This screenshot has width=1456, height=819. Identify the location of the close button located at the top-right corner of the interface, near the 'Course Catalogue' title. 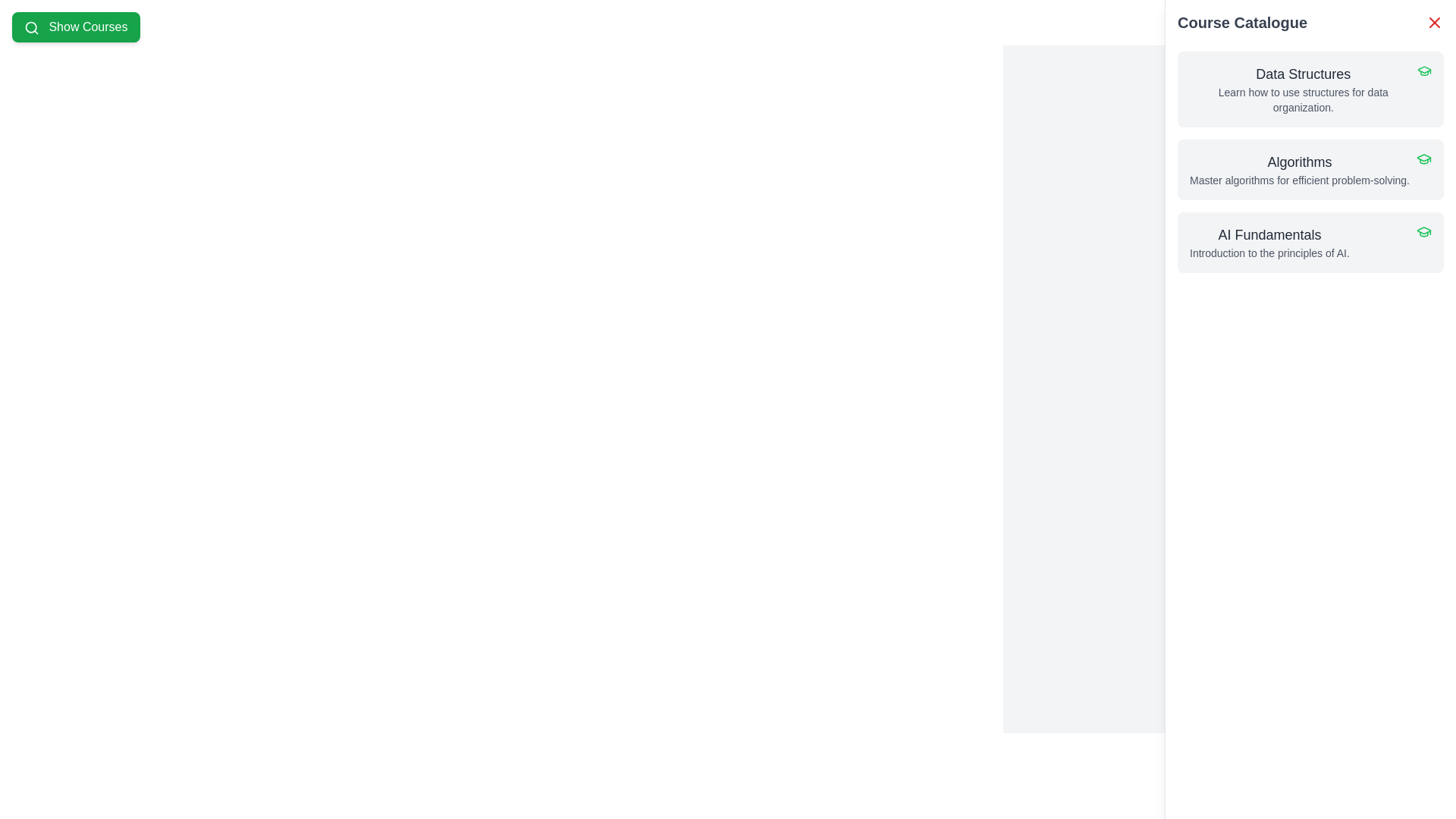
(1433, 23).